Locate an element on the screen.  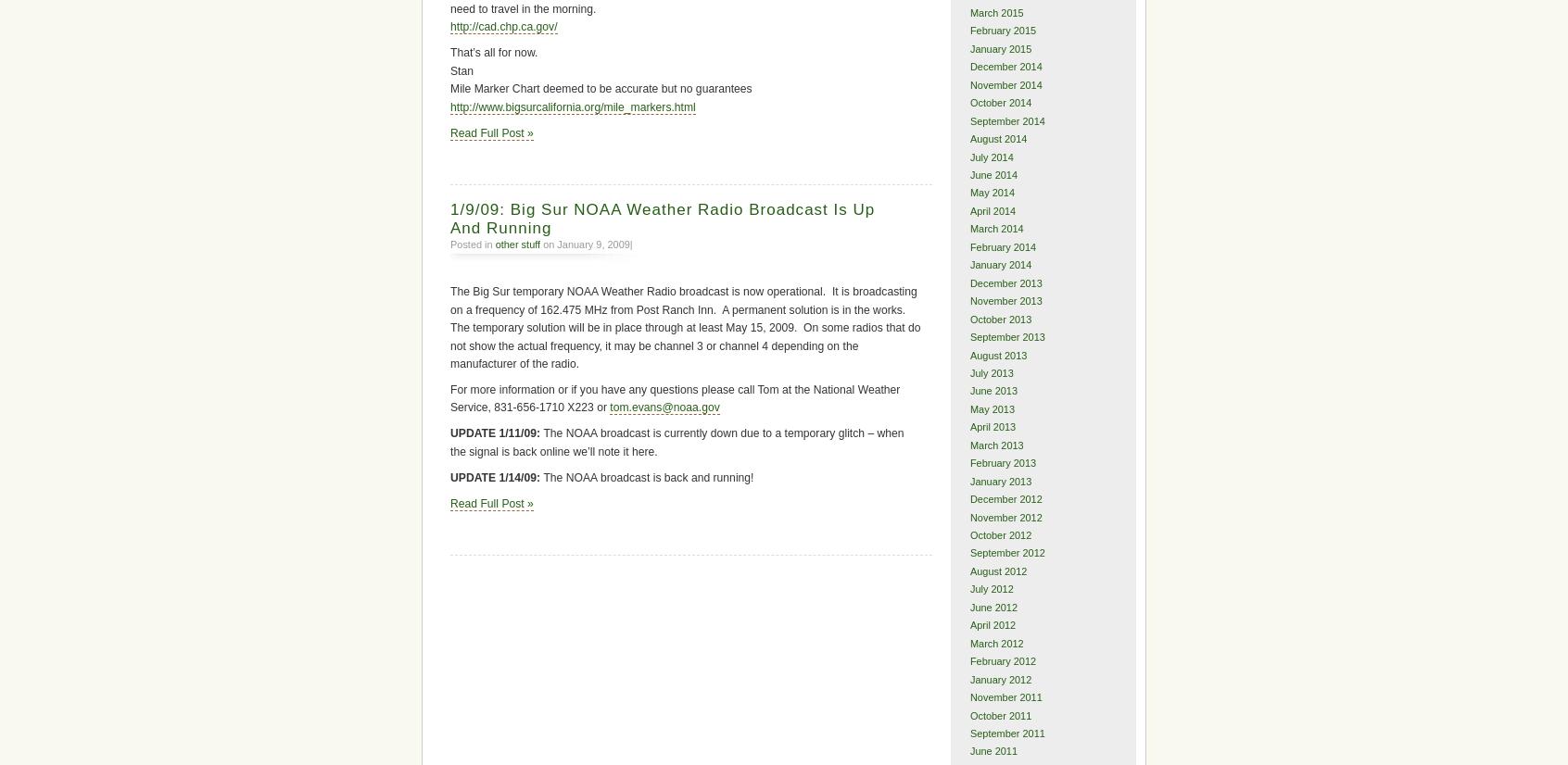
'Mile Marker Chart deemed to be accurate but no guarantees' is located at coordinates (601, 87).